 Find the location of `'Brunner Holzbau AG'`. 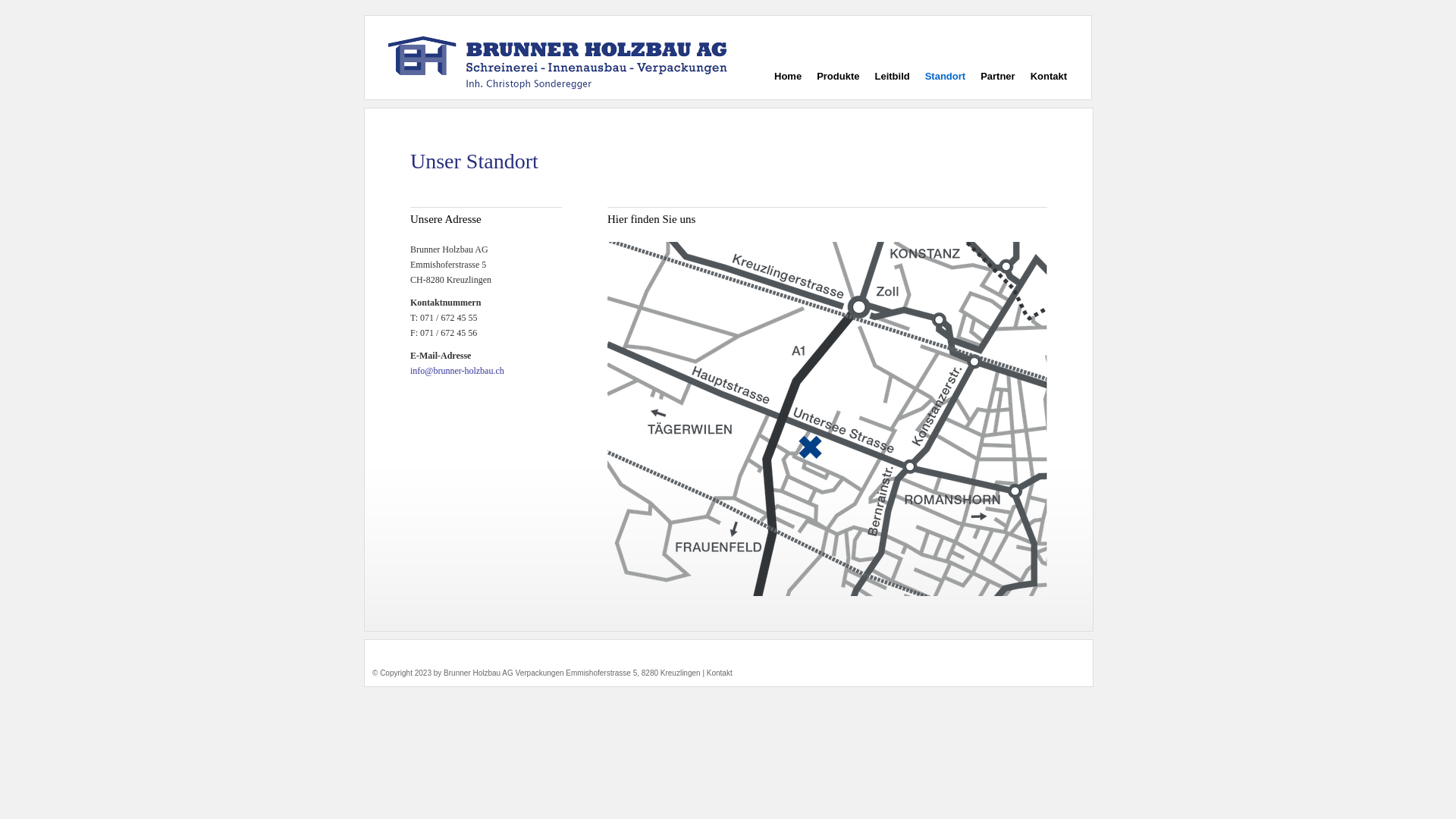

'Brunner Holzbau AG' is located at coordinates (387, 63).